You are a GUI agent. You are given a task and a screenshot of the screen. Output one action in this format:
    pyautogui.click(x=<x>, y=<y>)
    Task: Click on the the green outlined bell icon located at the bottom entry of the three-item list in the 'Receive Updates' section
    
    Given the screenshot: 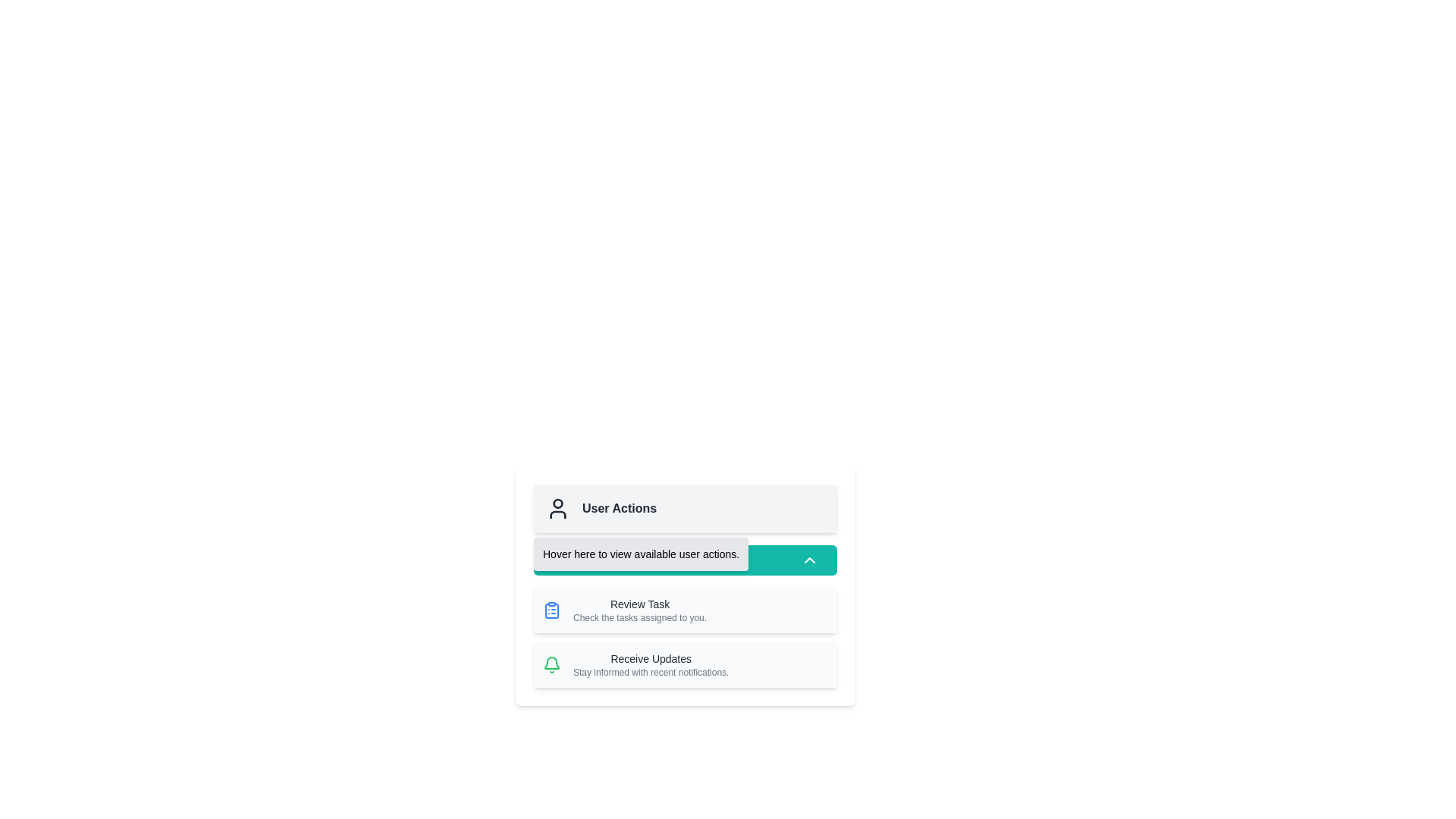 What is the action you would take?
    pyautogui.click(x=551, y=664)
    